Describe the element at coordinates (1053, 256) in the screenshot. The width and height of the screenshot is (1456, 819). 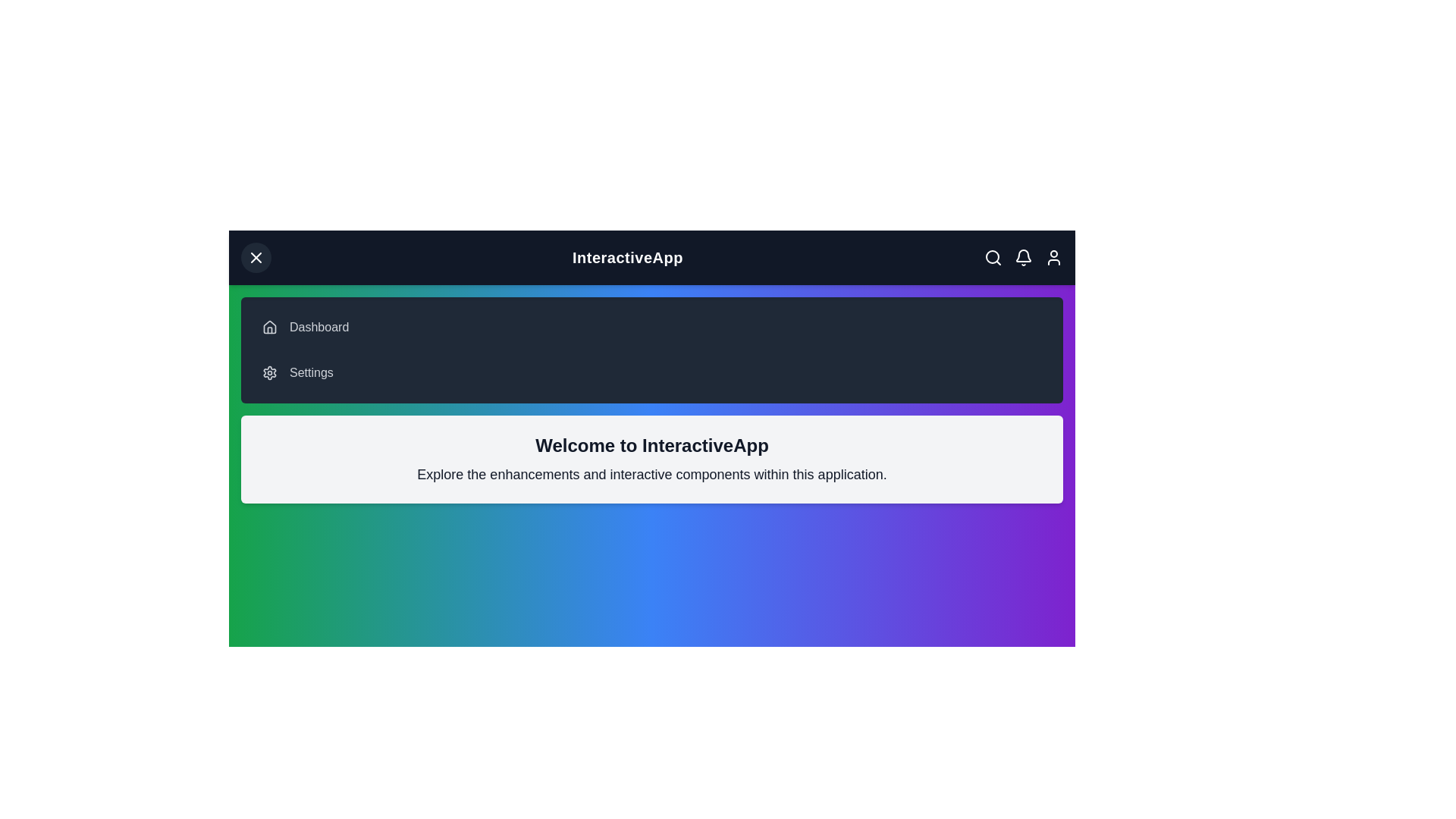
I see `the user profile icon to open the user menu` at that location.